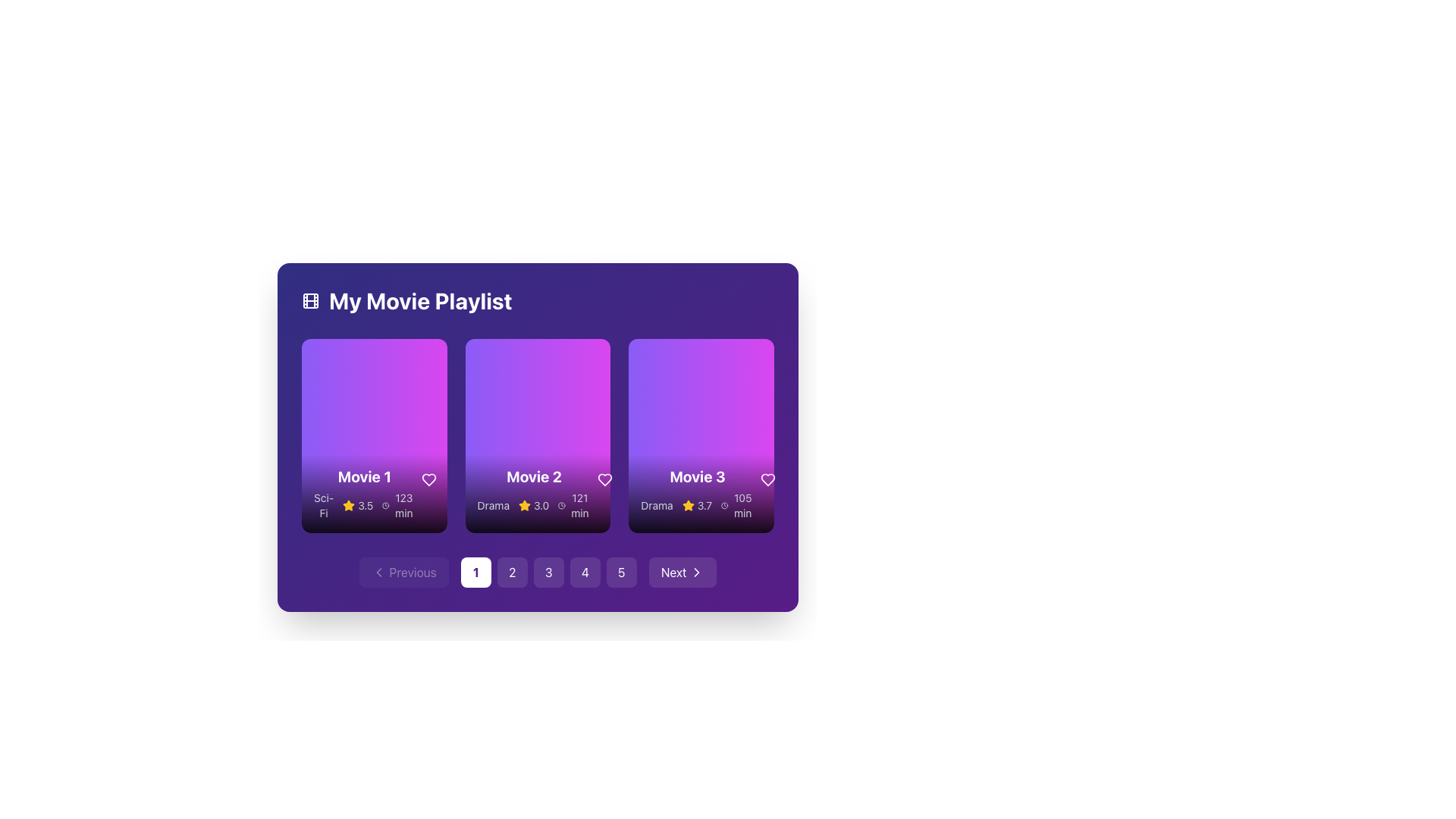 This screenshot has width=1456, height=819. Describe the element at coordinates (524, 506) in the screenshot. I see `the rating icon representing a movie rating of '3.0' located in the rating section of the second card in the movie playlist grid` at that location.